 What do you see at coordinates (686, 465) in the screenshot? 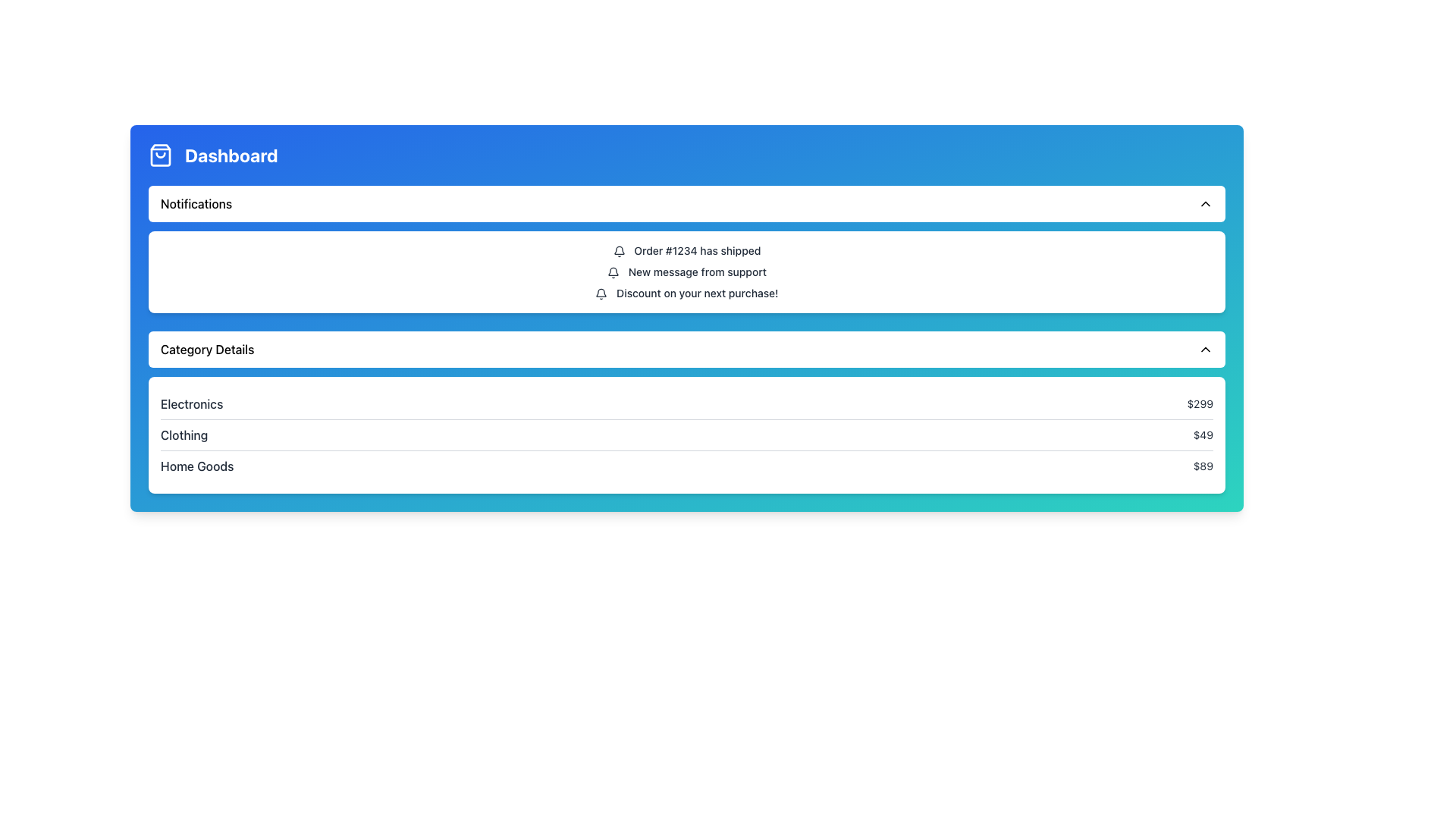
I see `the third list item under the 'Category Details' panel that displays 'Home Goods' with the value '$89'` at bounding box center [686, 465].